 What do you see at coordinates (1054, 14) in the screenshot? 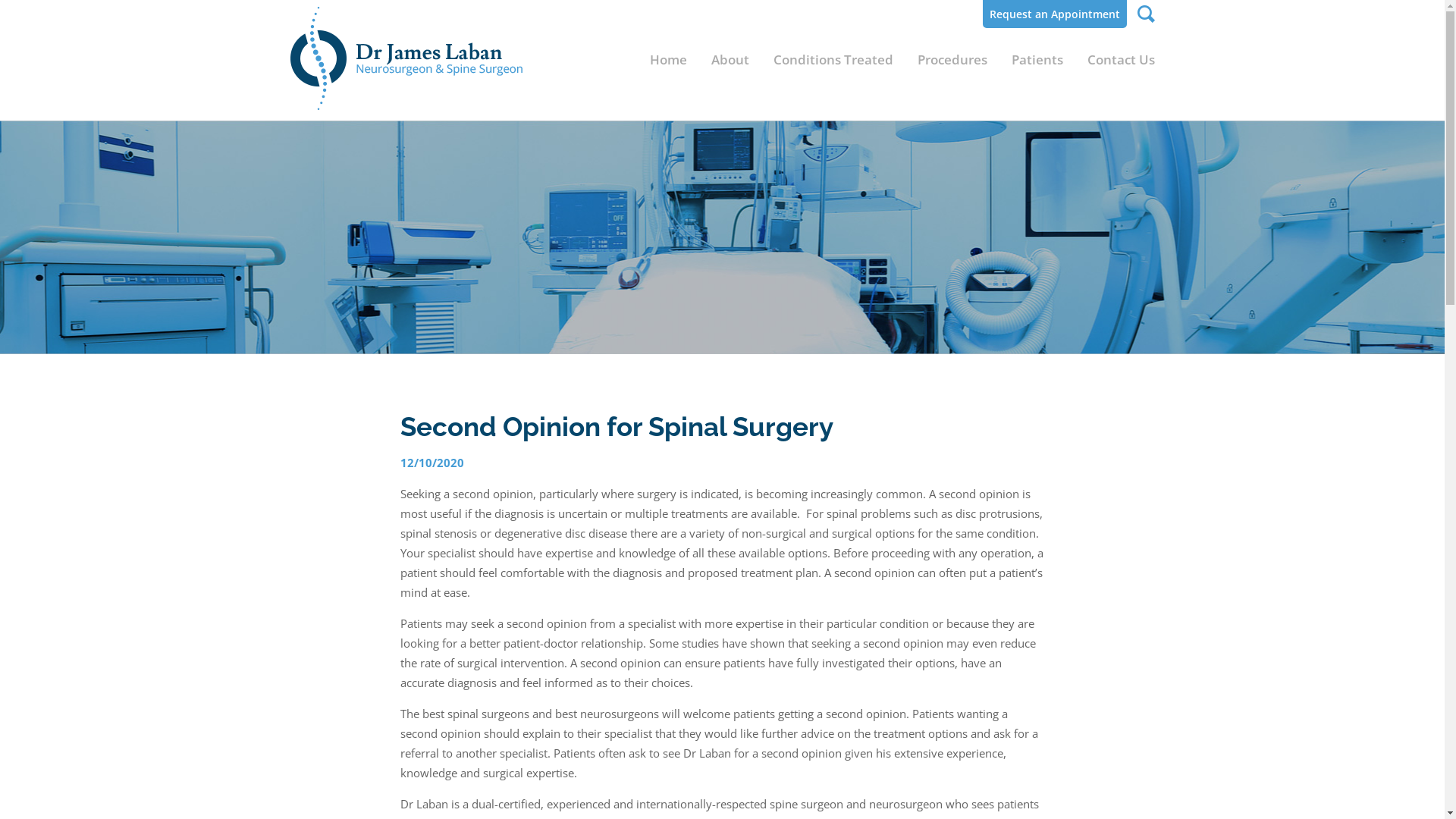
I see `'Request an Appointment'` at bounding box center [1054, 14].